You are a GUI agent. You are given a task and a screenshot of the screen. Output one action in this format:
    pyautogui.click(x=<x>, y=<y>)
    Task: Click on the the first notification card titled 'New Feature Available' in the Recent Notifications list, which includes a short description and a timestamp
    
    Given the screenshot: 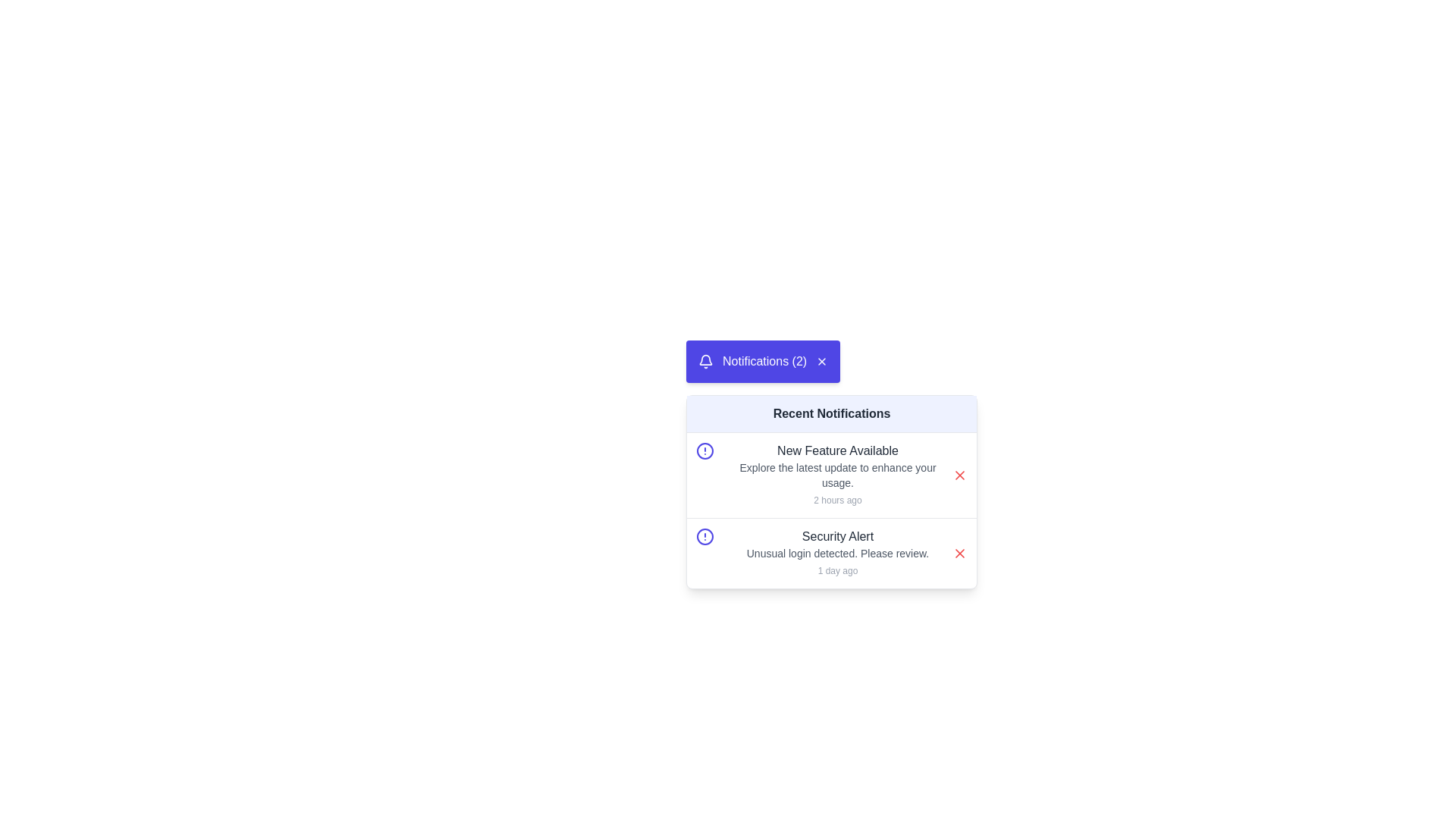 What is the action you would take?
    pyautogui.click(x=831, y=475)
    